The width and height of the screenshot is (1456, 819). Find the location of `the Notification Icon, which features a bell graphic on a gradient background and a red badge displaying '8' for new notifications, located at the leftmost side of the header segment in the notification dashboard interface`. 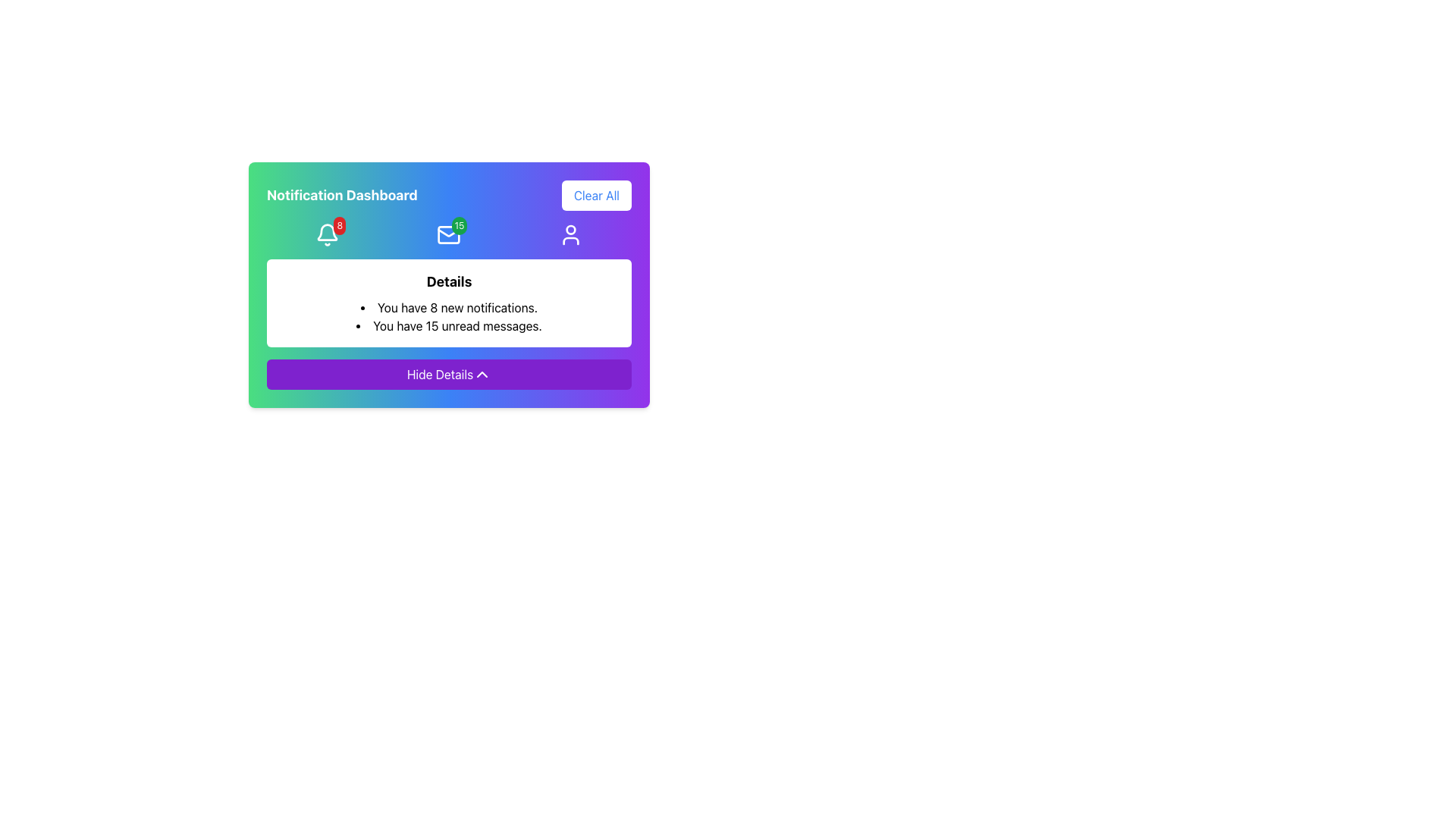

the Notification Icon, which features a bell graphic on a gradient background and a red badge displaying '8' for new notifications, located at the leftmost side of the header segment in the notification dashboard interface is located at coordinates (327, 234).